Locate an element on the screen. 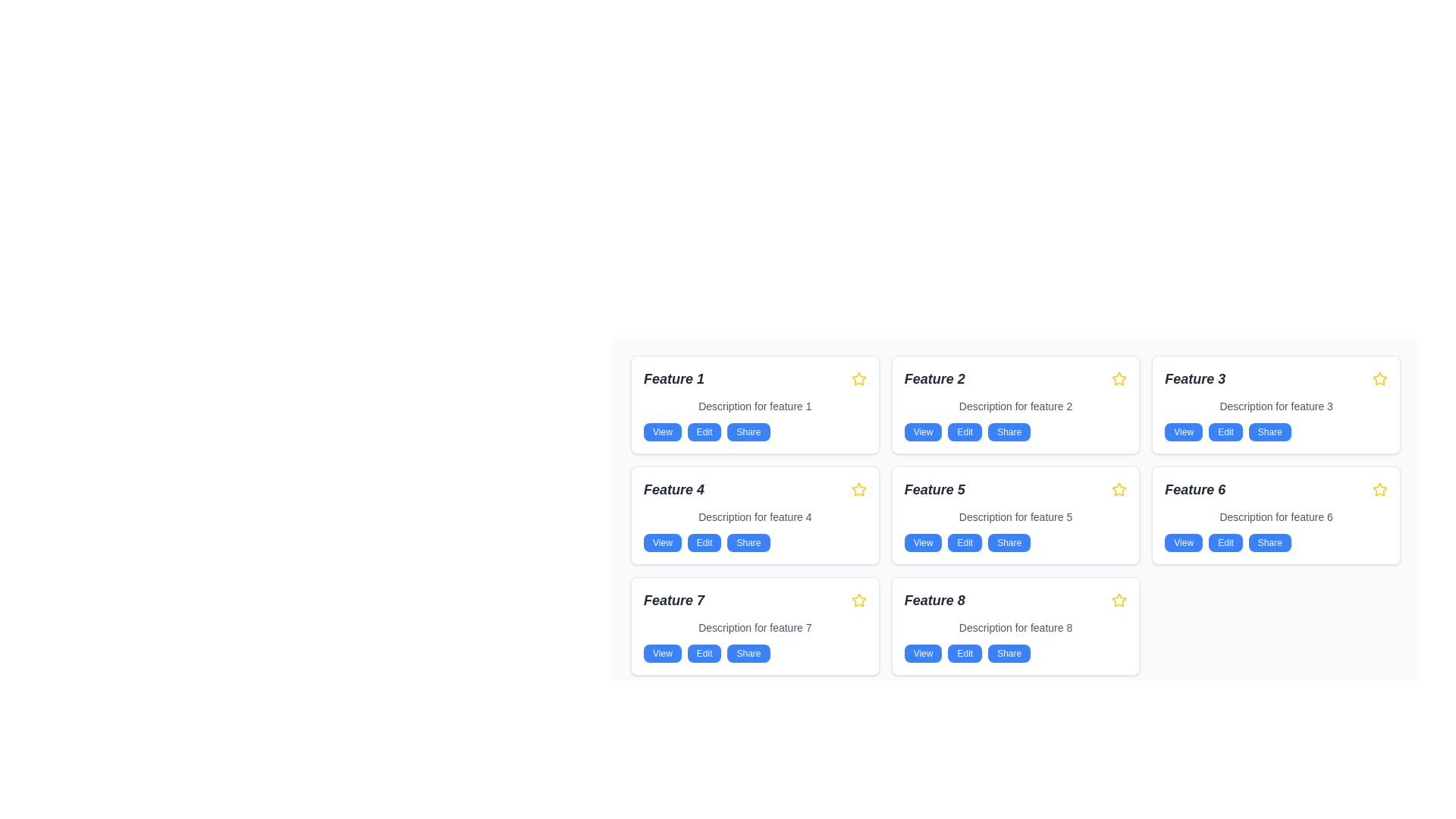 The width and height of the screenshot is (1456, 819). the 'Share' button located in the lower right section of the 'Feature 5' card is located at coordinates (1009, 542).